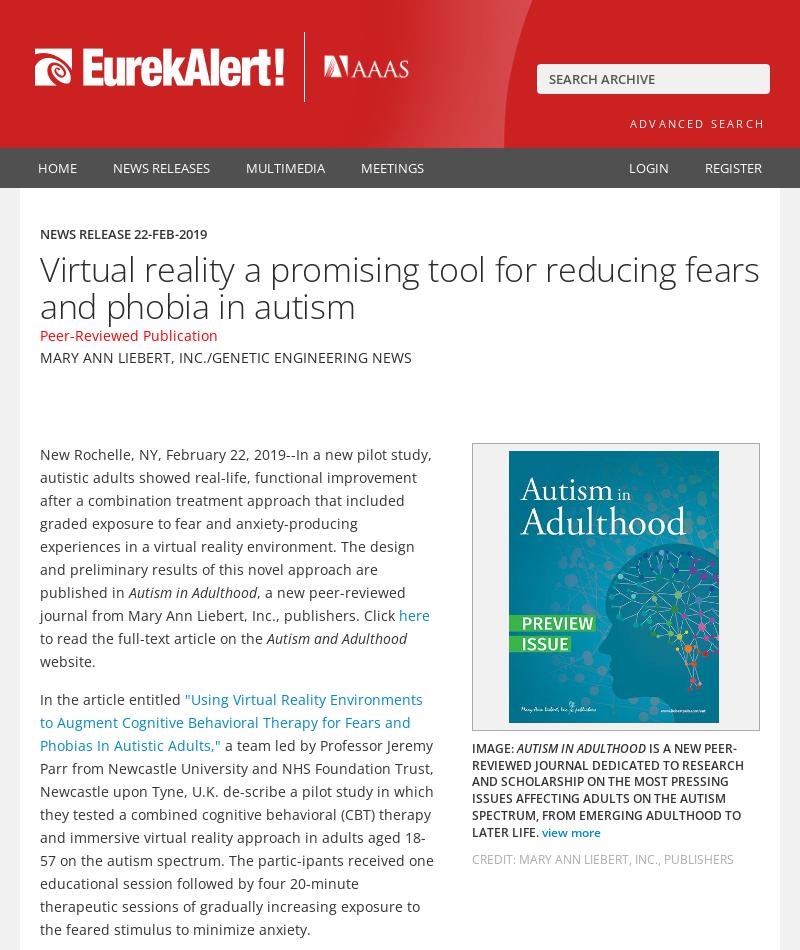  I want to click on '22-Feb-2019', so click(134, 234).